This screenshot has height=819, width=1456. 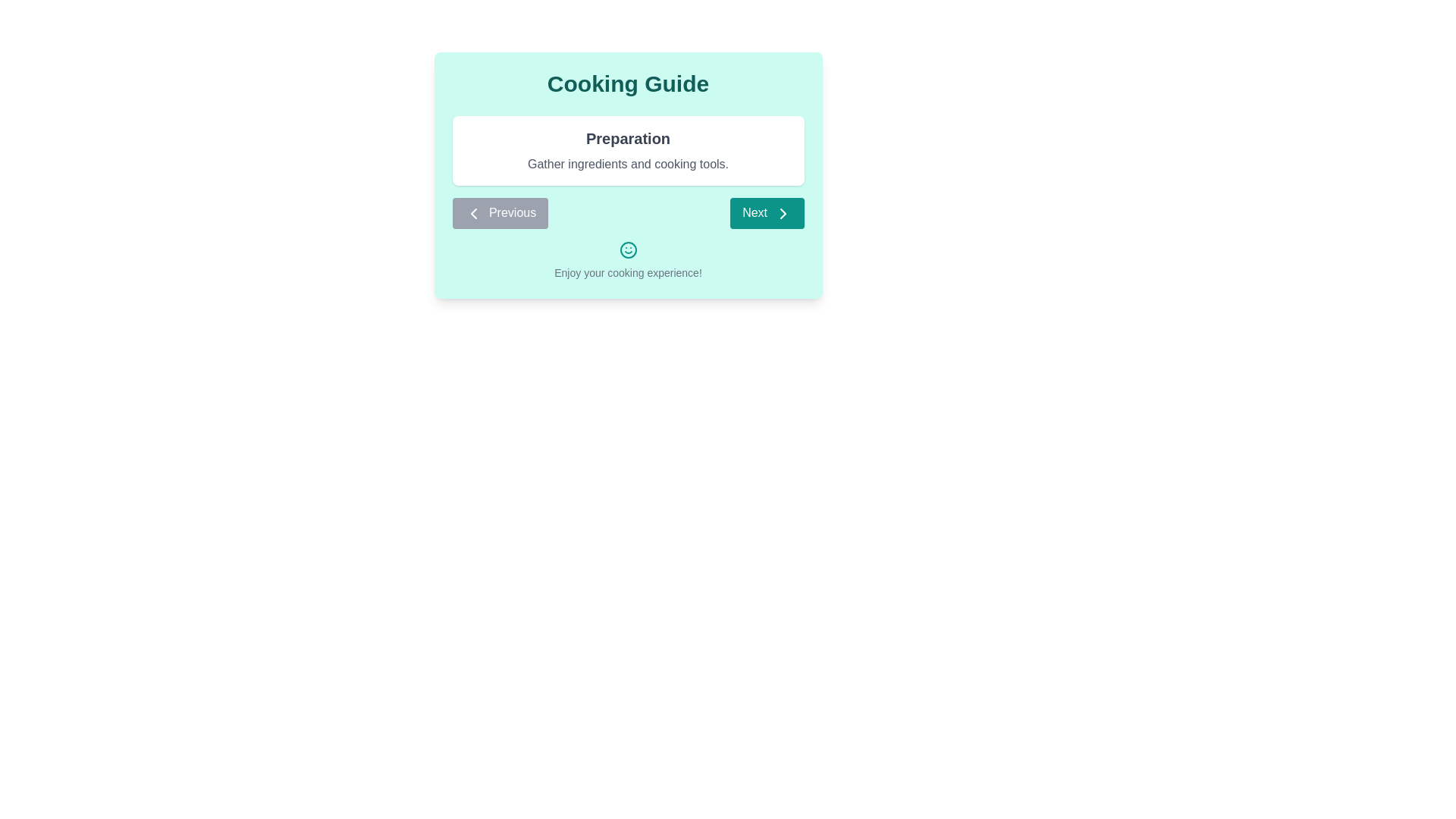 What do you see at coordinates (472, 213) in the screenshot?
I see `the left-pointing chevron icon inside the 'Previous' button located at the bottom-left corner of the mint green card in the navigation section` at bounding box center [472, 213].